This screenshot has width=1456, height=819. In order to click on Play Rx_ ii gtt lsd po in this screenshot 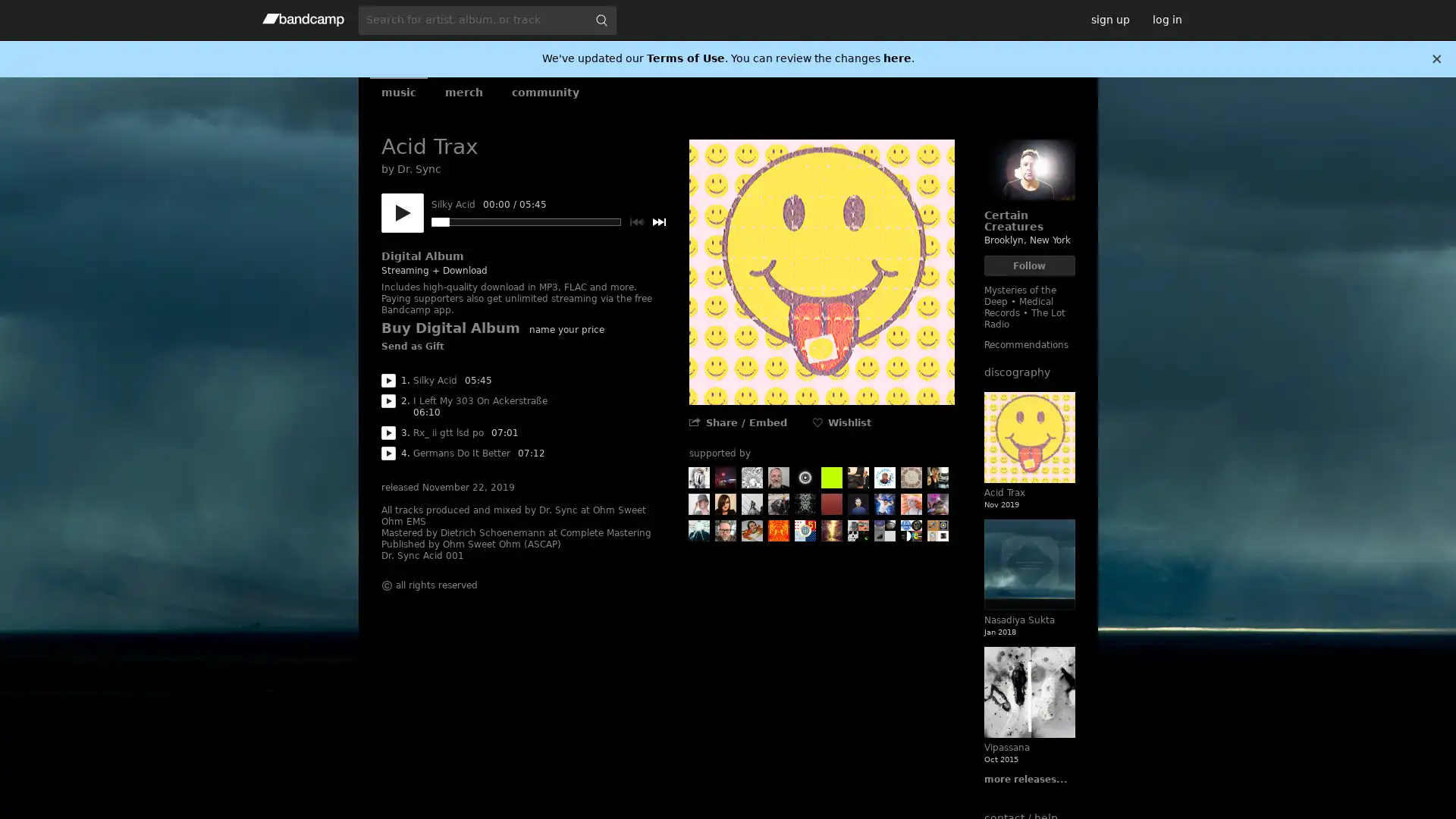, I will do `click(388, 432)`.